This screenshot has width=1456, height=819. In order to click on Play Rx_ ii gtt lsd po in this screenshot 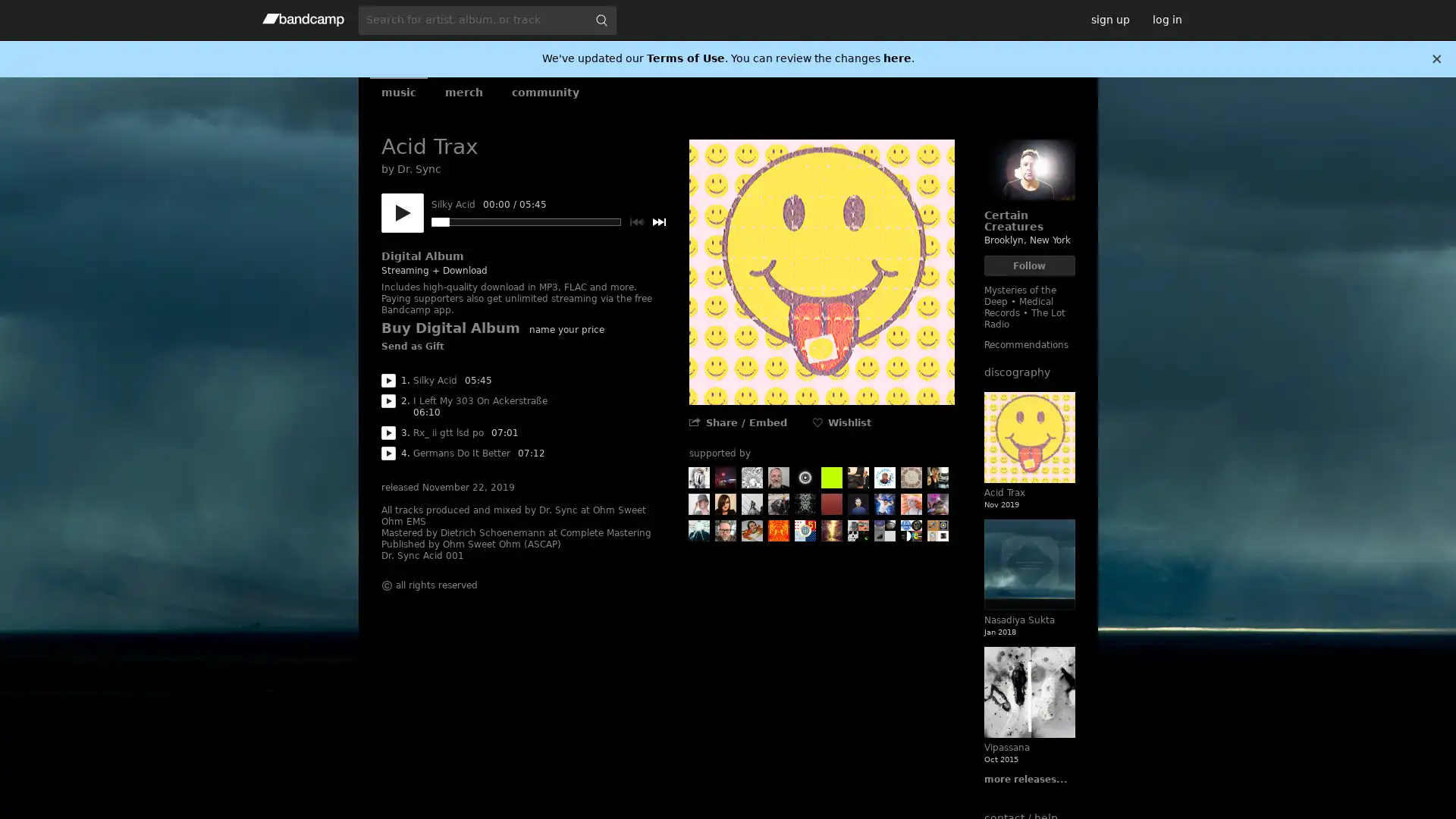, I will do `click(388, 432)`.